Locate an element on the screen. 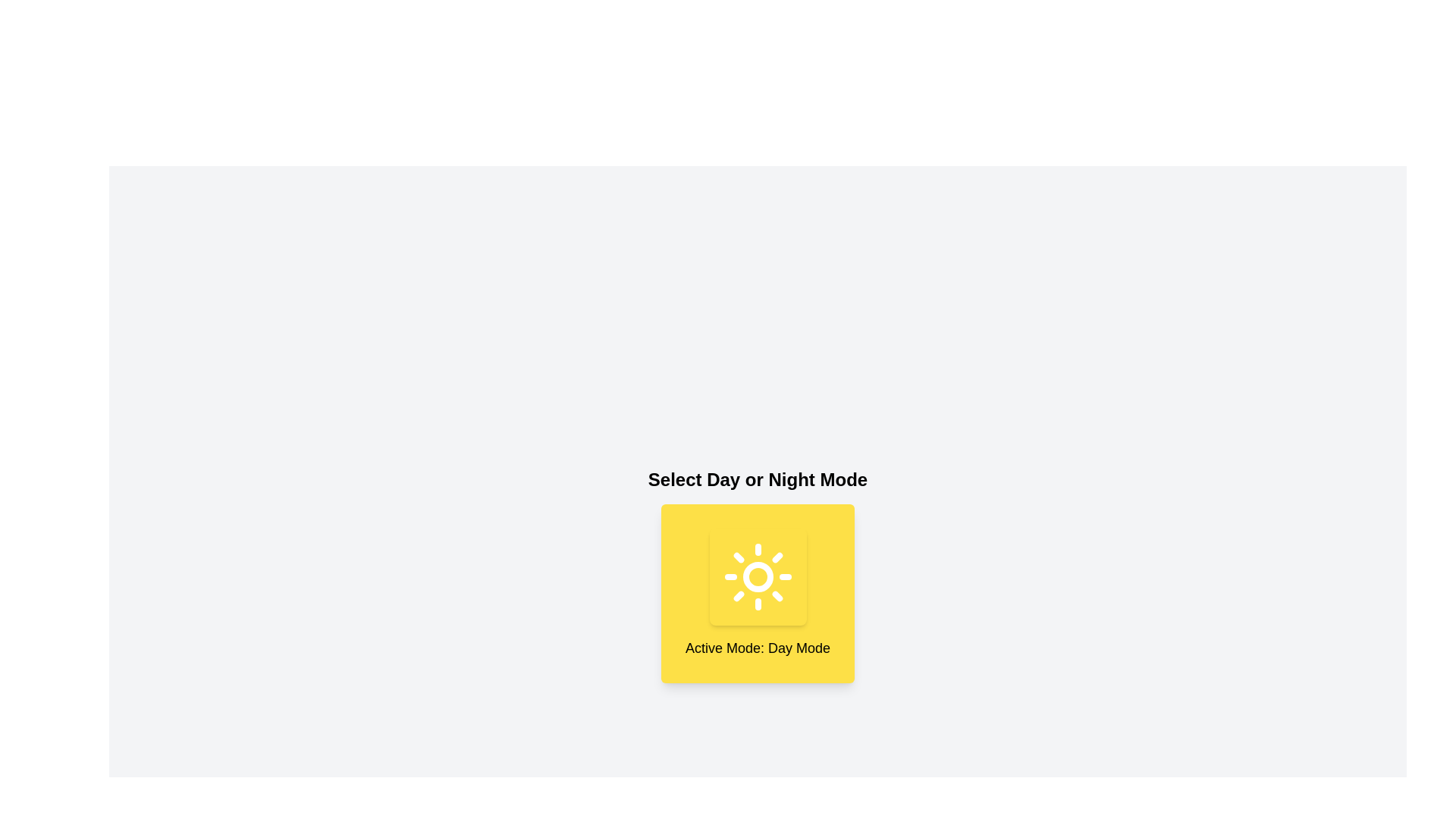 This screenshot has height=819, width=1456. toggle button to switch between day and night modes is located at coordinates (758, 576).